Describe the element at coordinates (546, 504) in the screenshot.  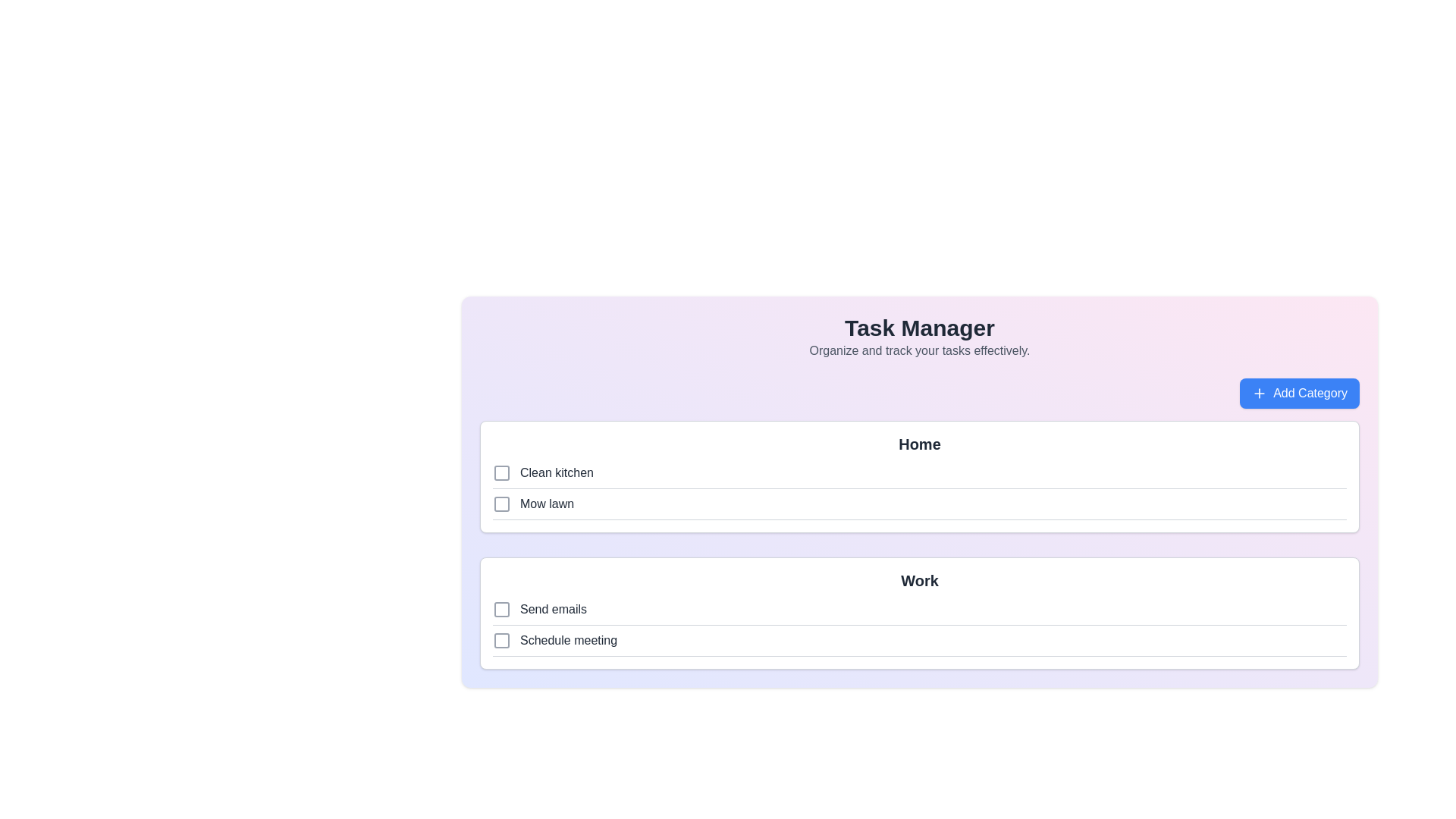
I see `the text label reading 'Mow lawn', which is styled in a gray font and is the second item in the vertical list within the 'Home' task category` at that location.